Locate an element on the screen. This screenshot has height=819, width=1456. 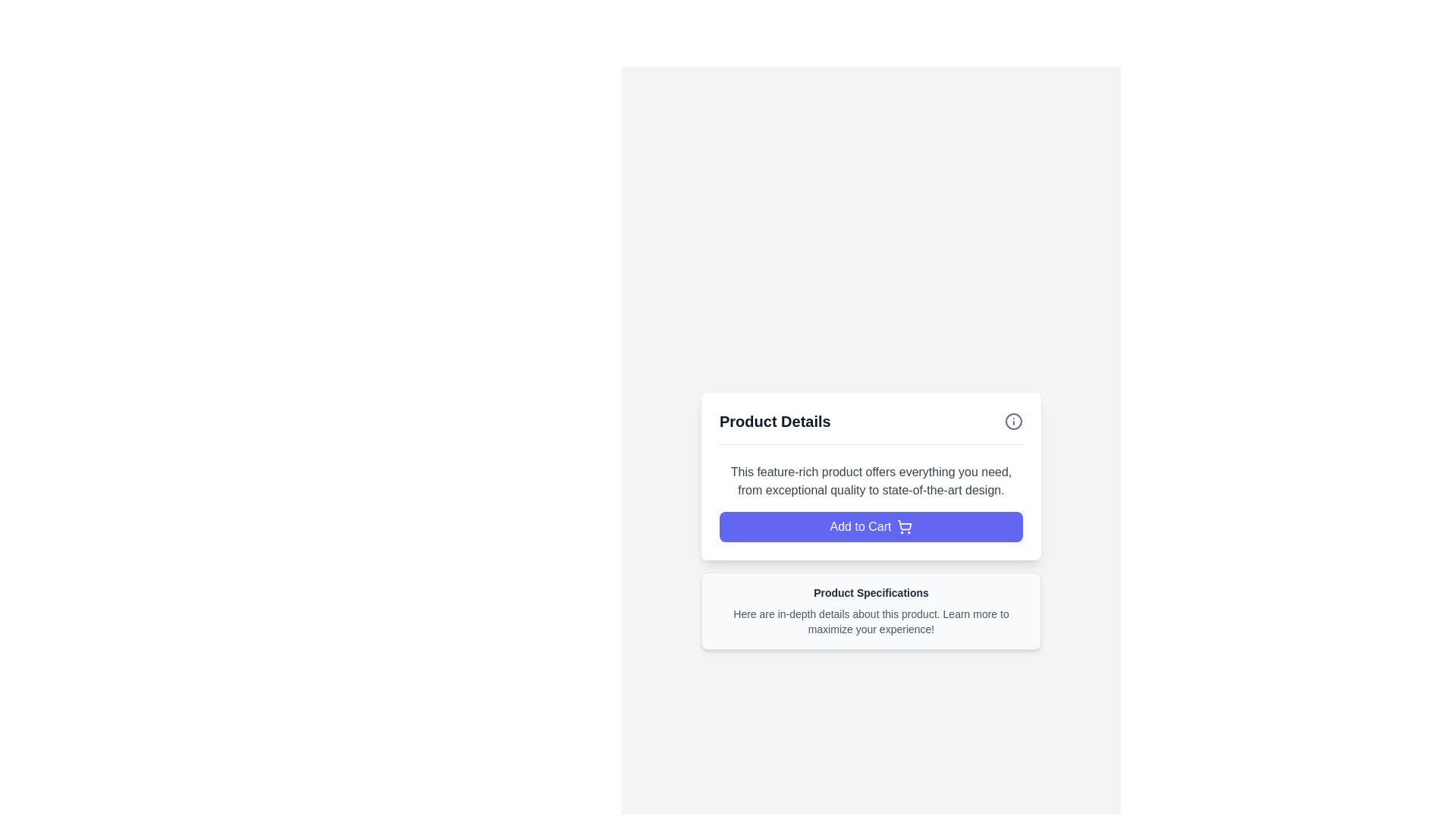
the 'Add to Cart' button with a vibrant indigo background and rounded corners located in the 'Product Details' section is located at coordinates (871, 526).